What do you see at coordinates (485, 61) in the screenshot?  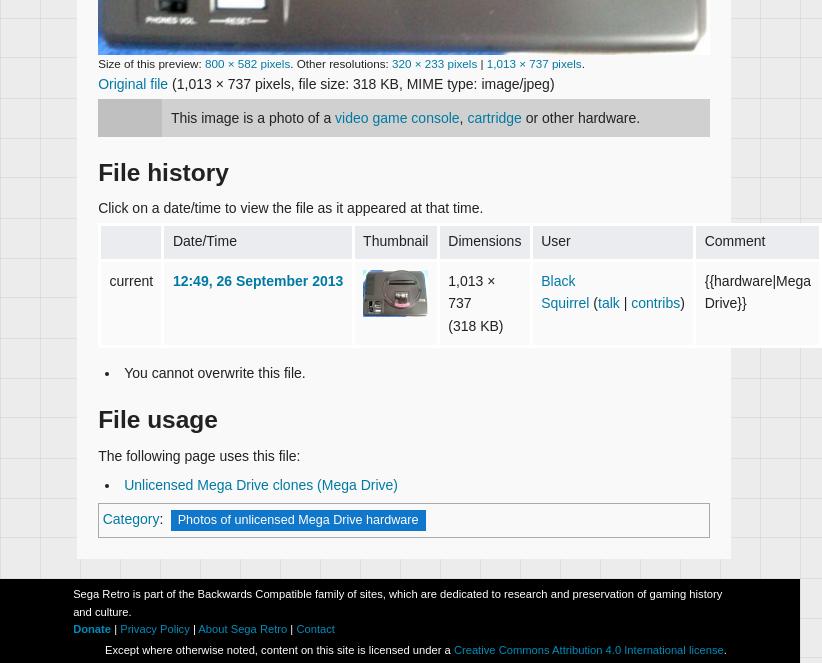 I see `'1,013 × 737 pixels'` at bounding box center [485, 61].